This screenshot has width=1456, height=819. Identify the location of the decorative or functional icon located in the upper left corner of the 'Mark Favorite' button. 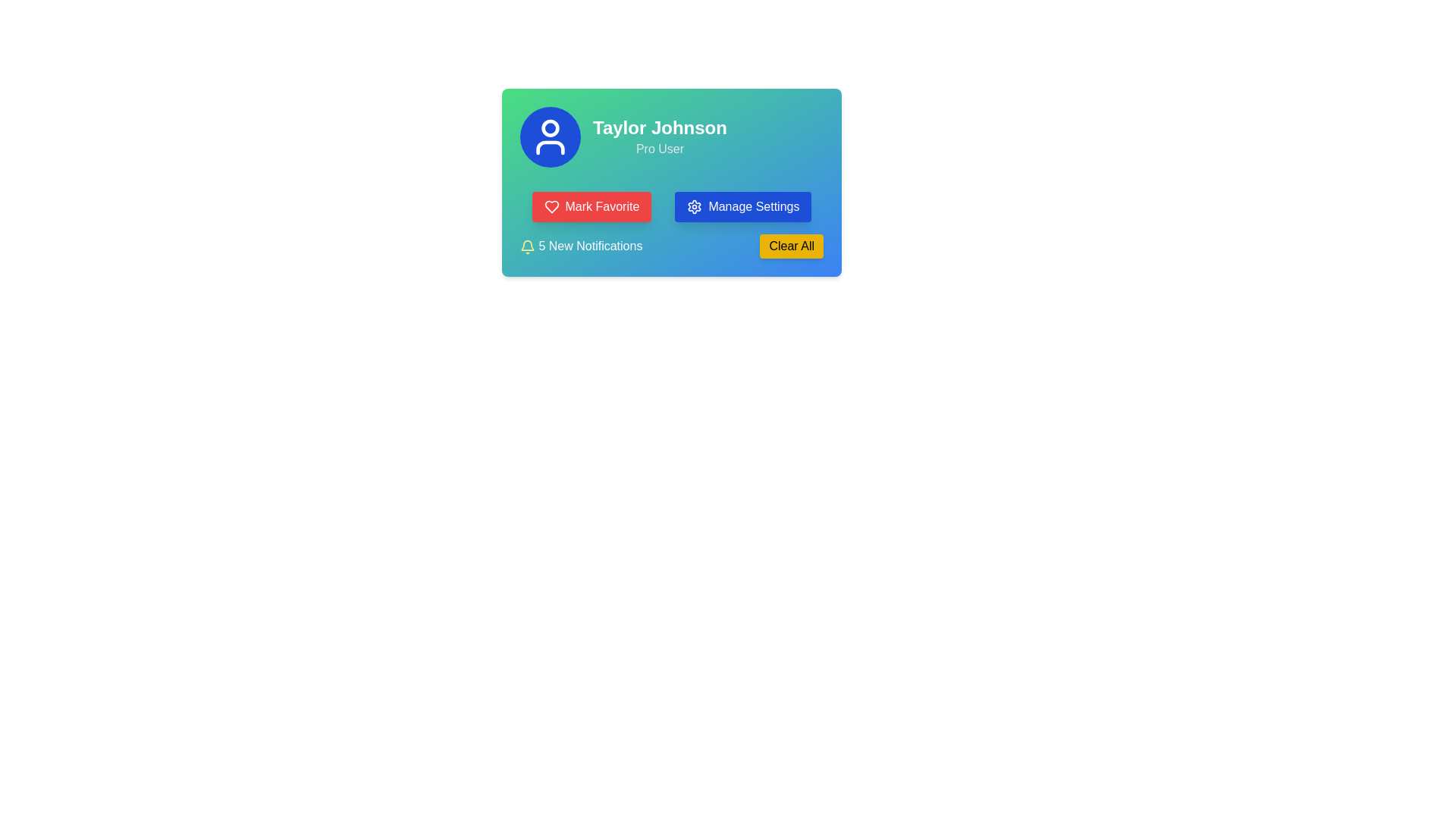
(551, 207).